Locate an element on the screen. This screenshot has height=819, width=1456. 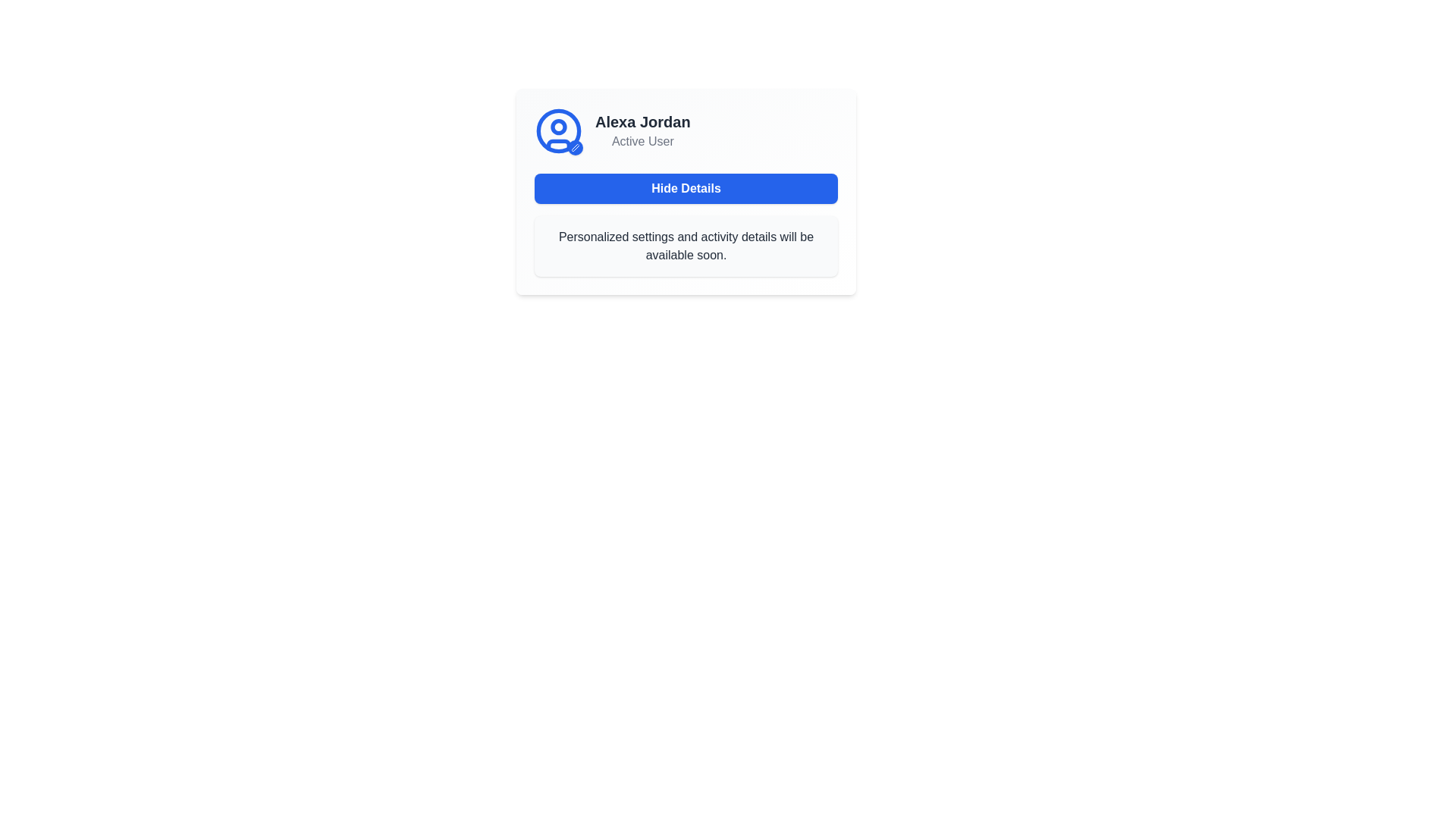
circular blue-bordered icon within the user avatar graphic, which is the outermost circle in the SVG hierarchy, for development purposes is located at coordinates (558, 130).